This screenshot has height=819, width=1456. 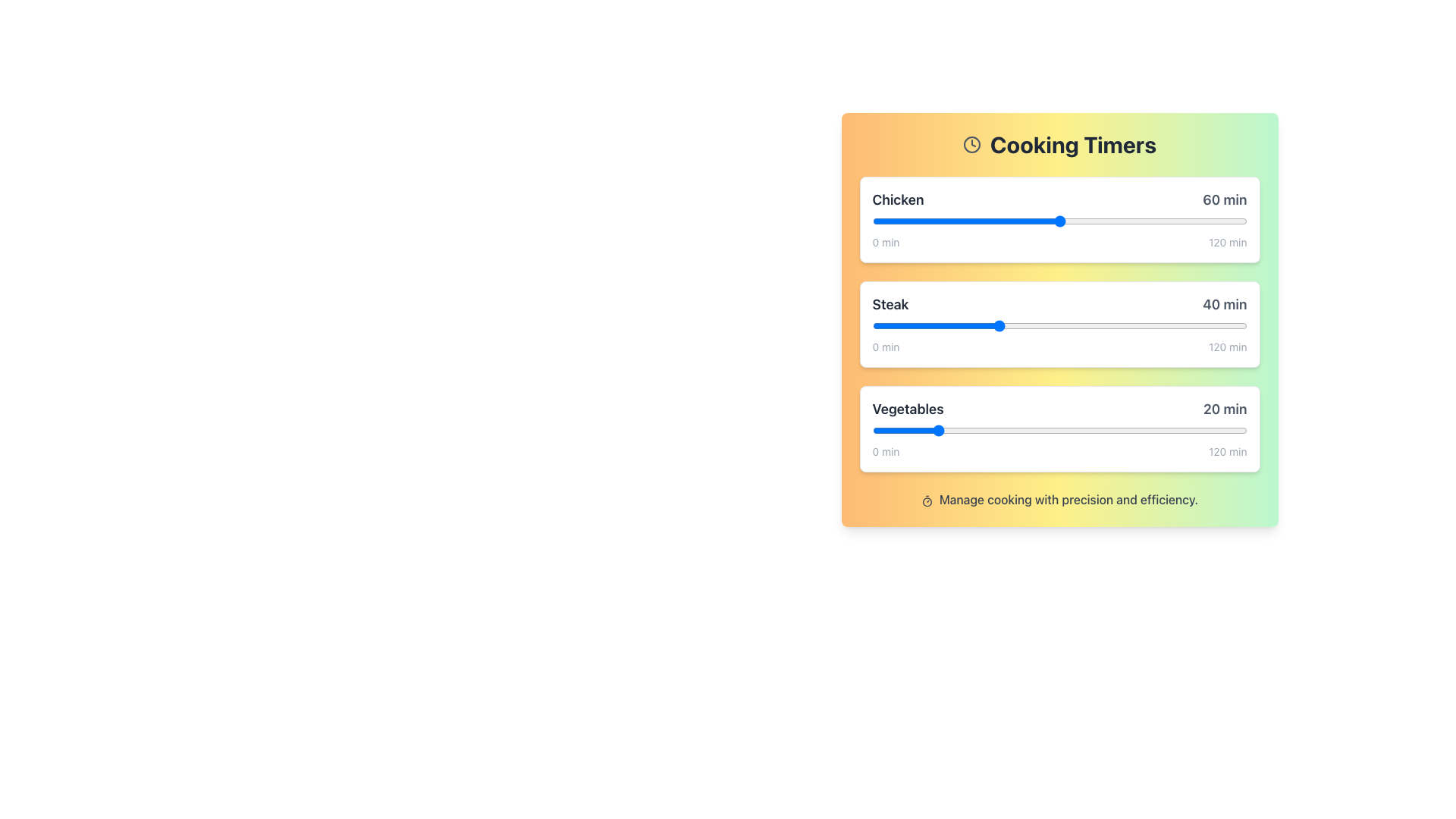 I want to click on the slider to set the timer value associated with the label 'Chicken', which is currently displayed as '60 min', so click(x=1059, y=221).